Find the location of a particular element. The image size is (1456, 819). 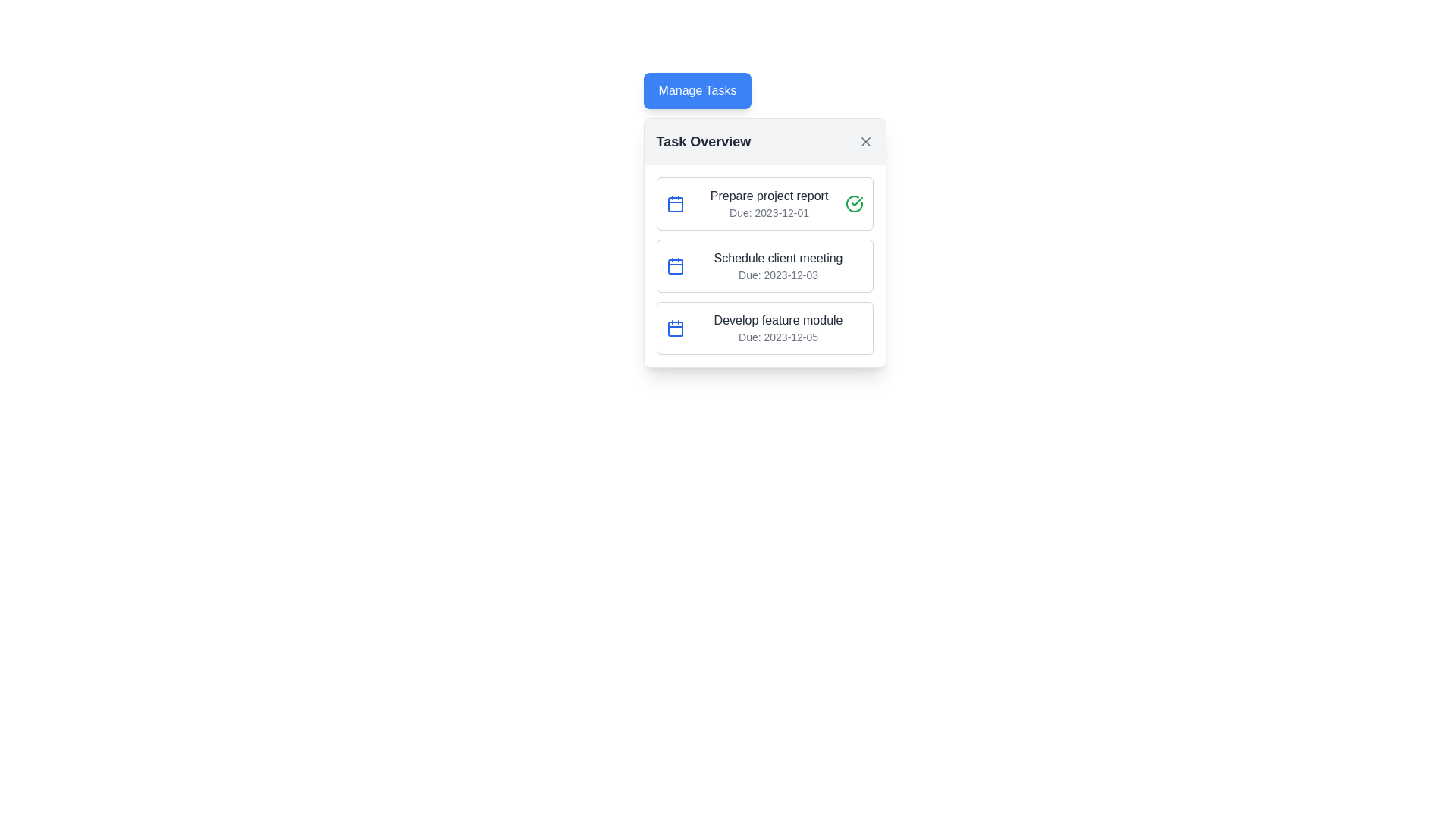

the due date text element associated with the task 'Prepare project report' located in the 'Task Overview' panel is located at coordinates (769, 213).